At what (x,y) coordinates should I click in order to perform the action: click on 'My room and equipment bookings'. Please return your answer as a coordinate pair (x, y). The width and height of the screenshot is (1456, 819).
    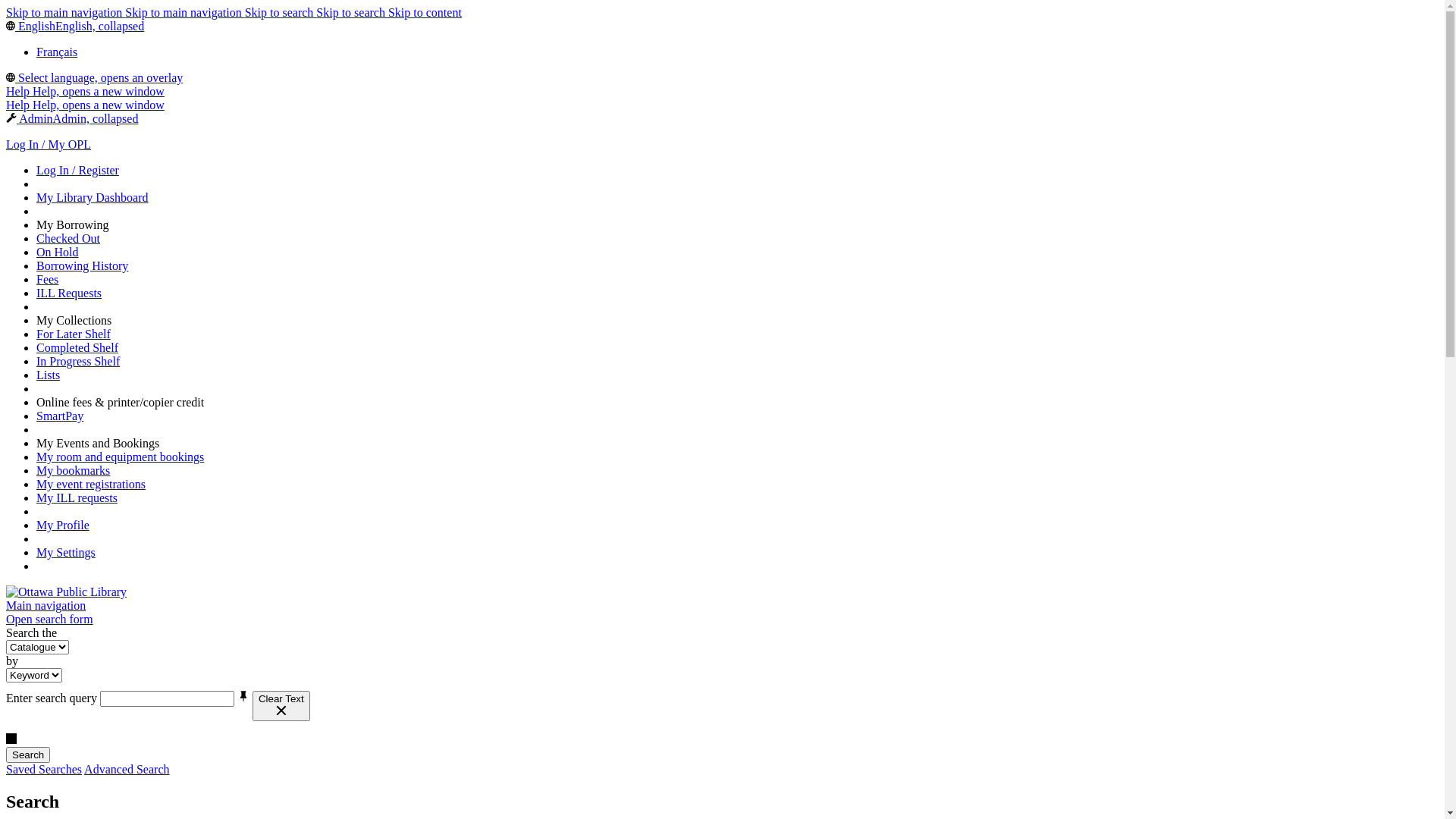
    Looking at the image, I should click on (119, 456).